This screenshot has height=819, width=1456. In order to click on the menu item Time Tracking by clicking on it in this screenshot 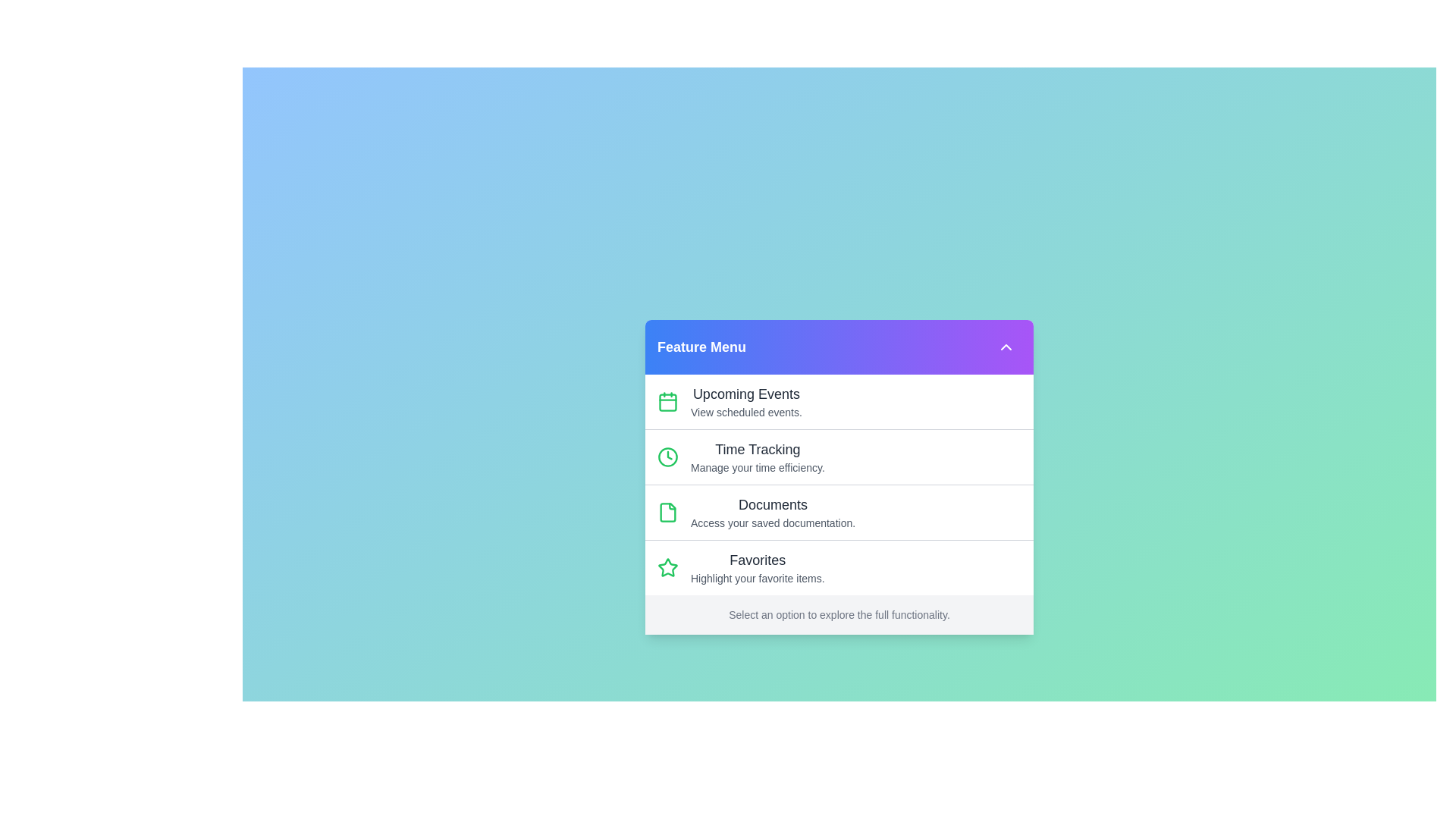, I will do `click(839, 455)`.